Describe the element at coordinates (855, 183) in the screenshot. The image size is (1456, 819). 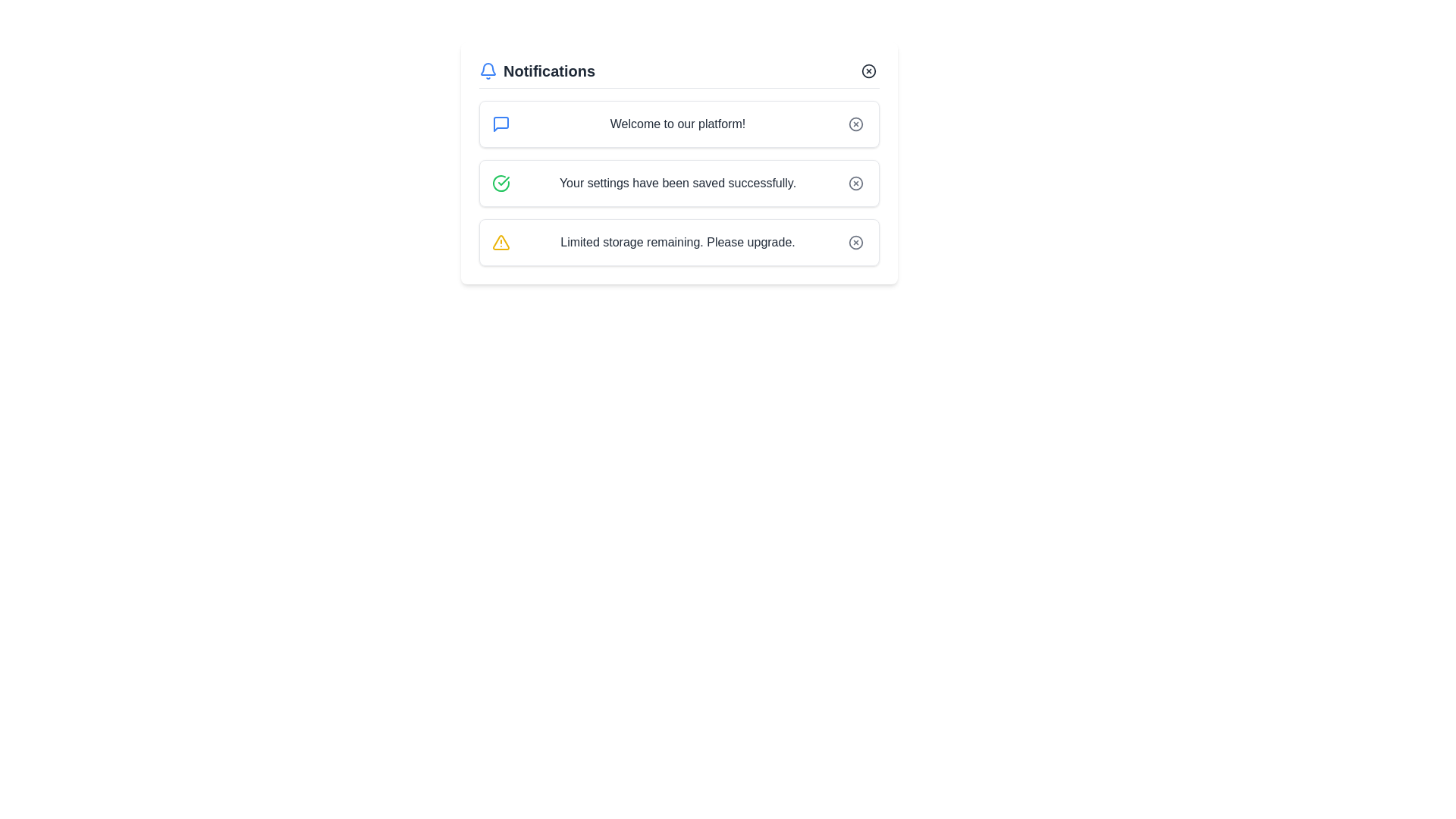
I see `the circular icon button with an 'X' symbol inside, located in the notification panel next to the message indicating successful saving of settings` at that location.